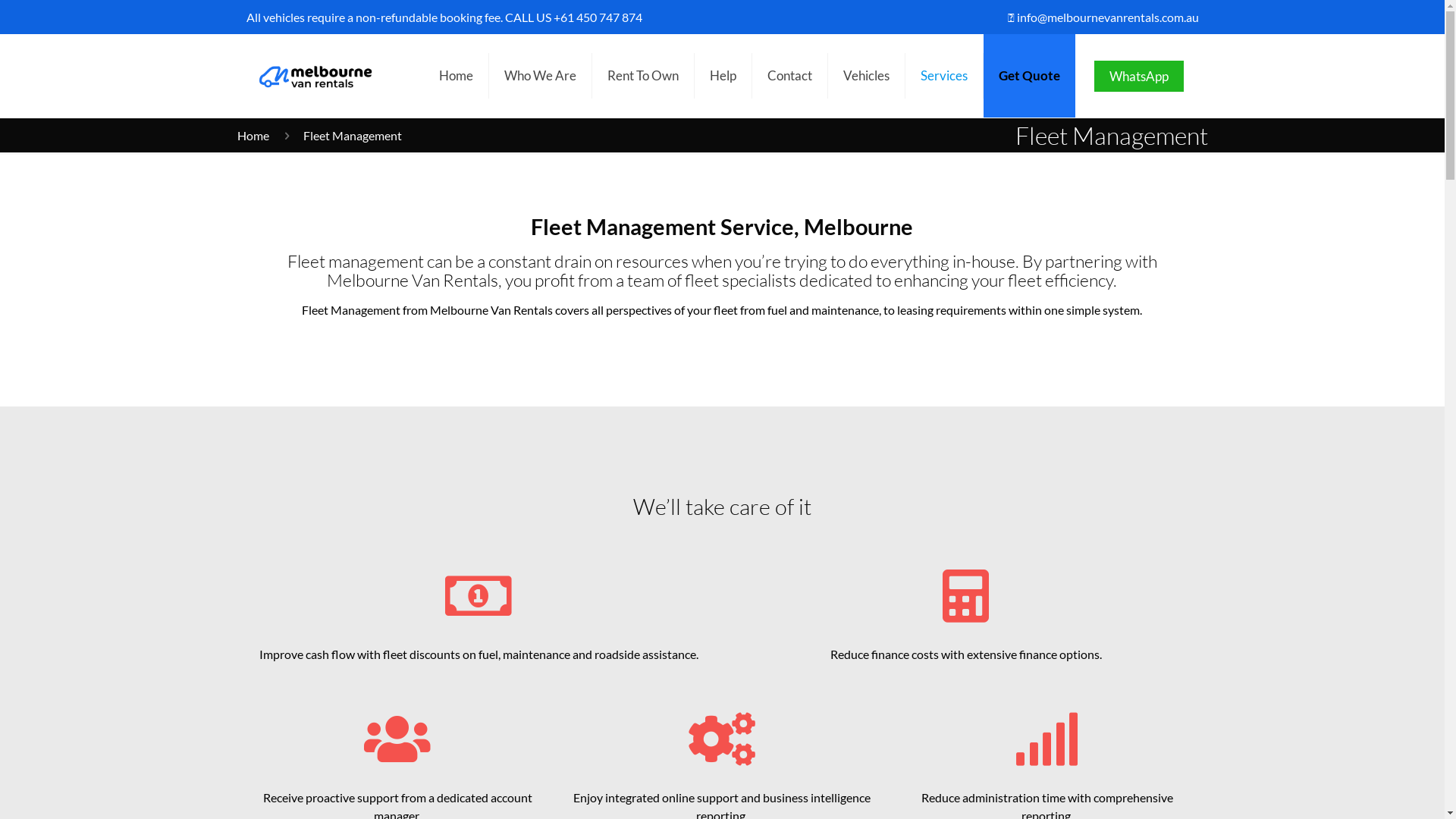 This screenshot has width=1456, height=819. What do you see at coordinates (539, 76) in the screenshot?
I see `'Who We Are'` at bounding box center [539, 76].